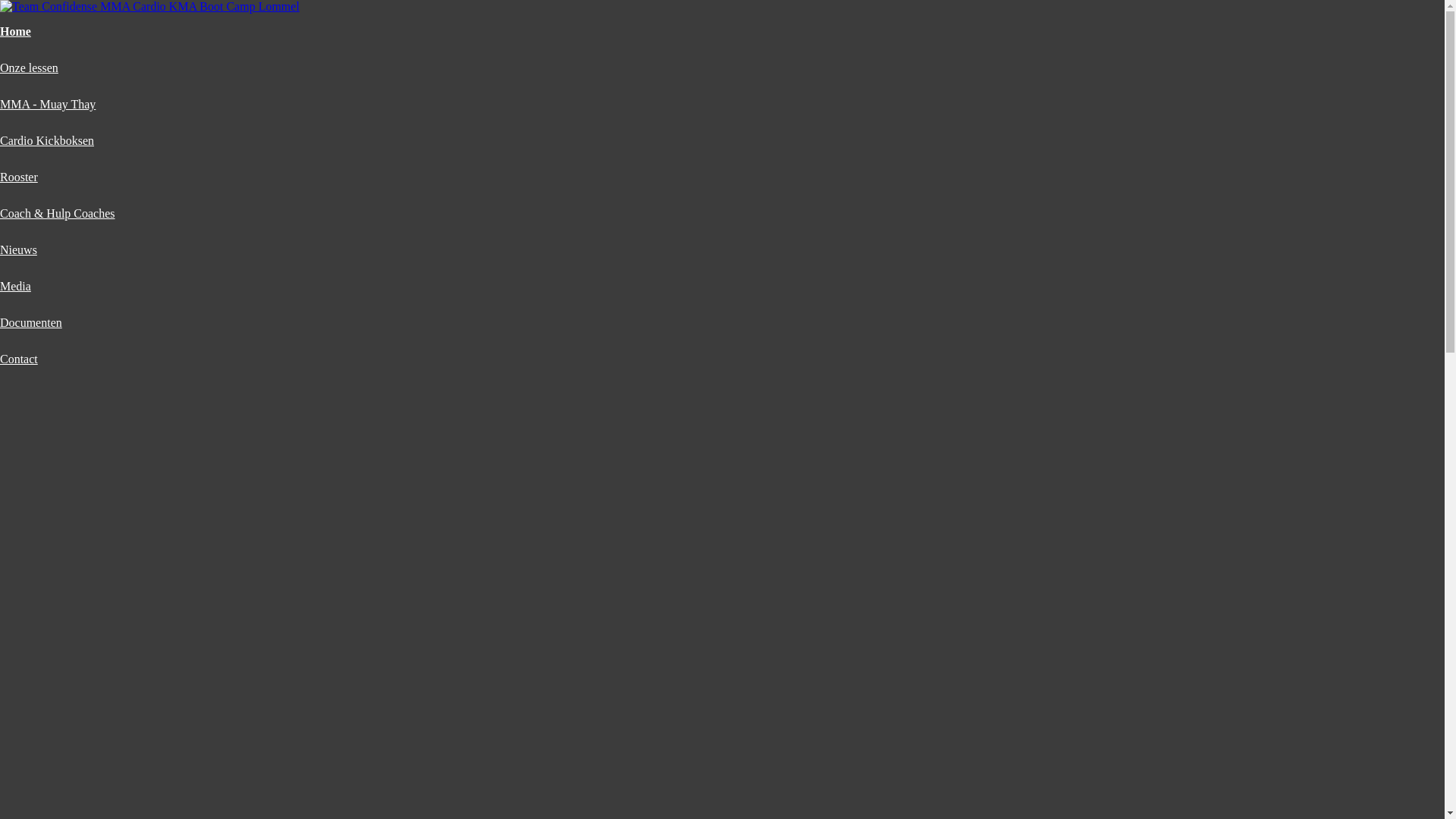 This screenshot has width=1456, height=819. I want to click on 'Home', so click(15, 31).